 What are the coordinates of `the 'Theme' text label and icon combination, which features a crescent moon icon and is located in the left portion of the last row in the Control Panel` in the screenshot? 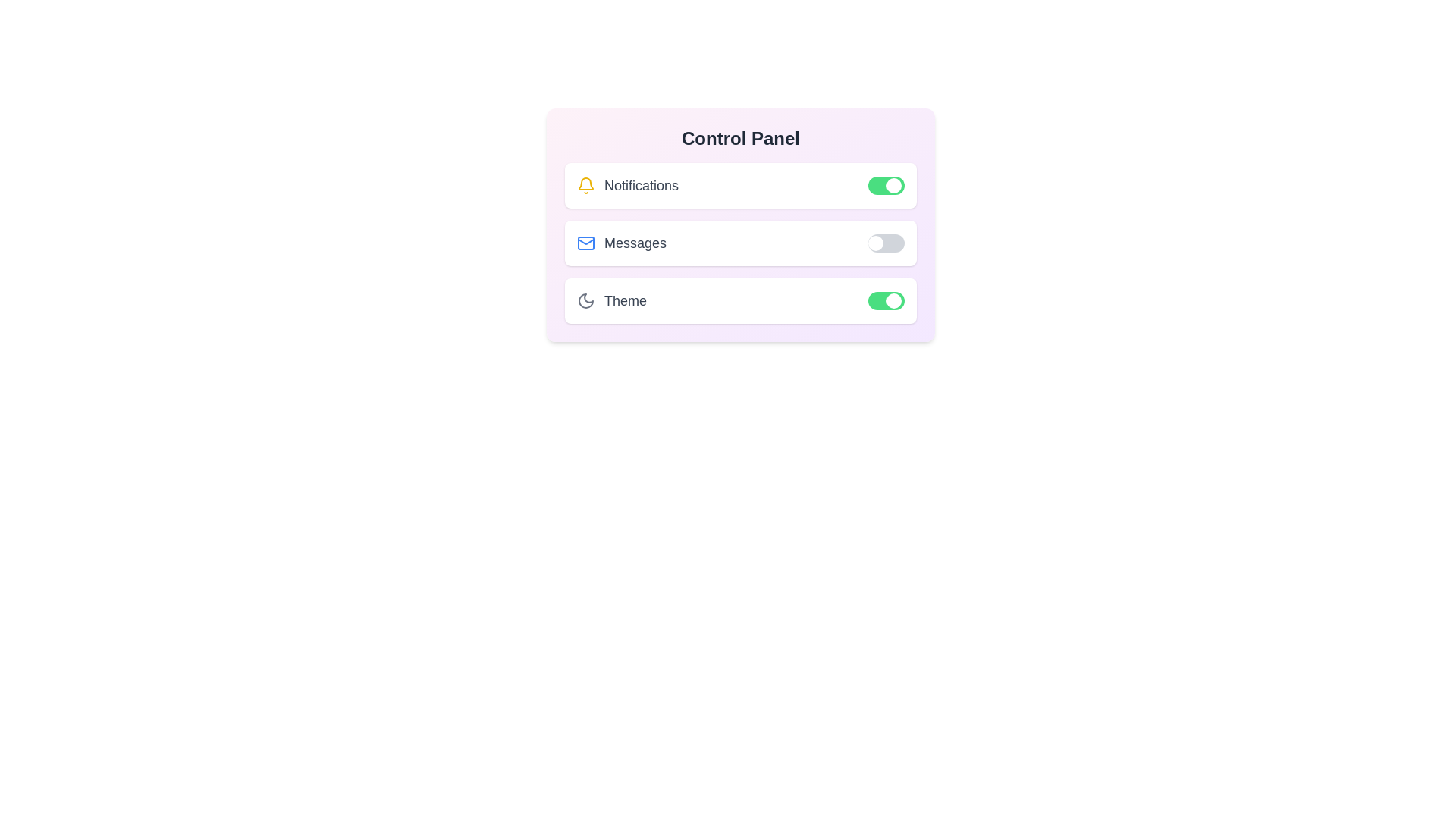 It's located at (611, 301).